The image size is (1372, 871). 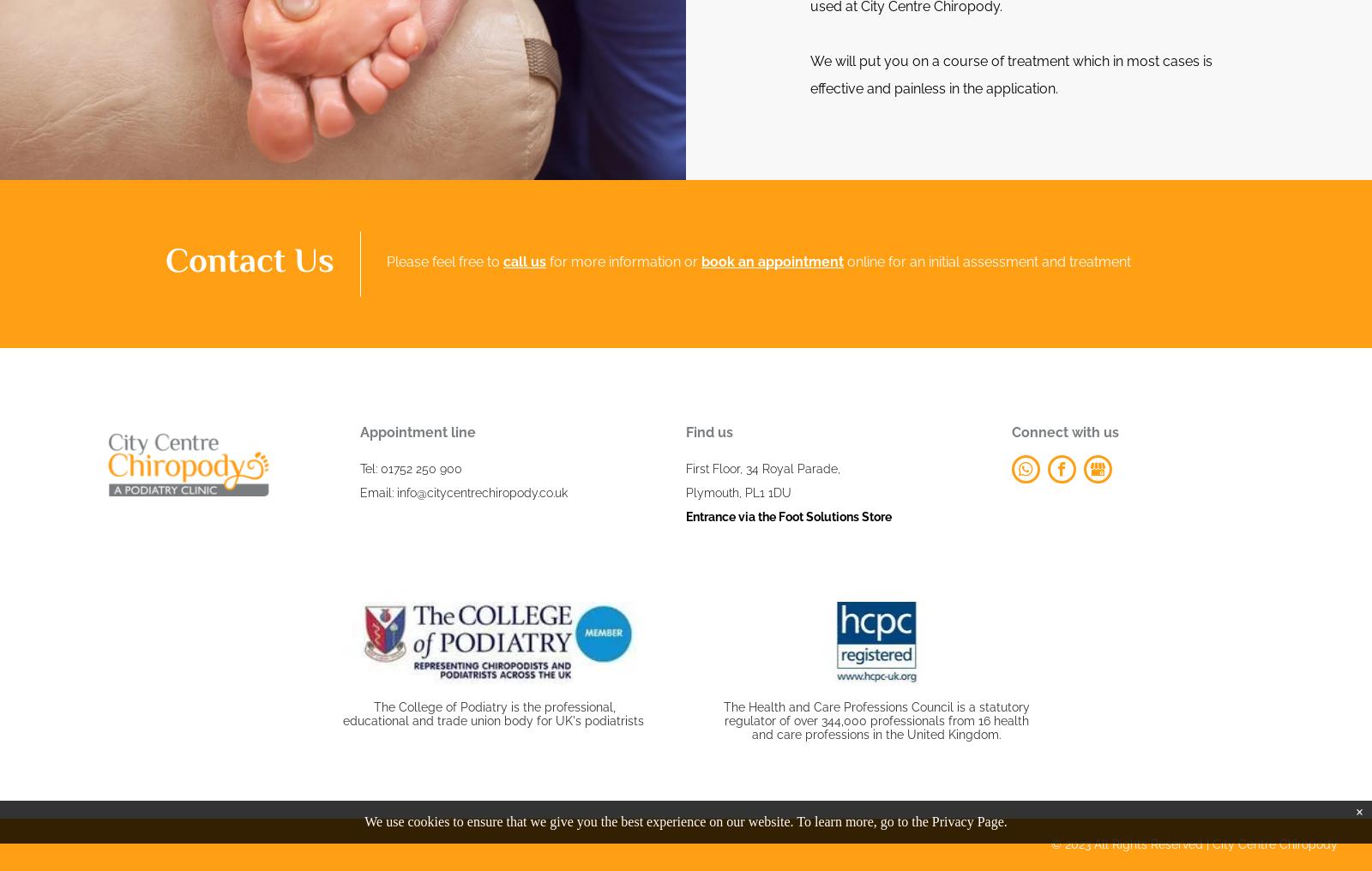 I want to click on 'online', so click(x=866, y=260).